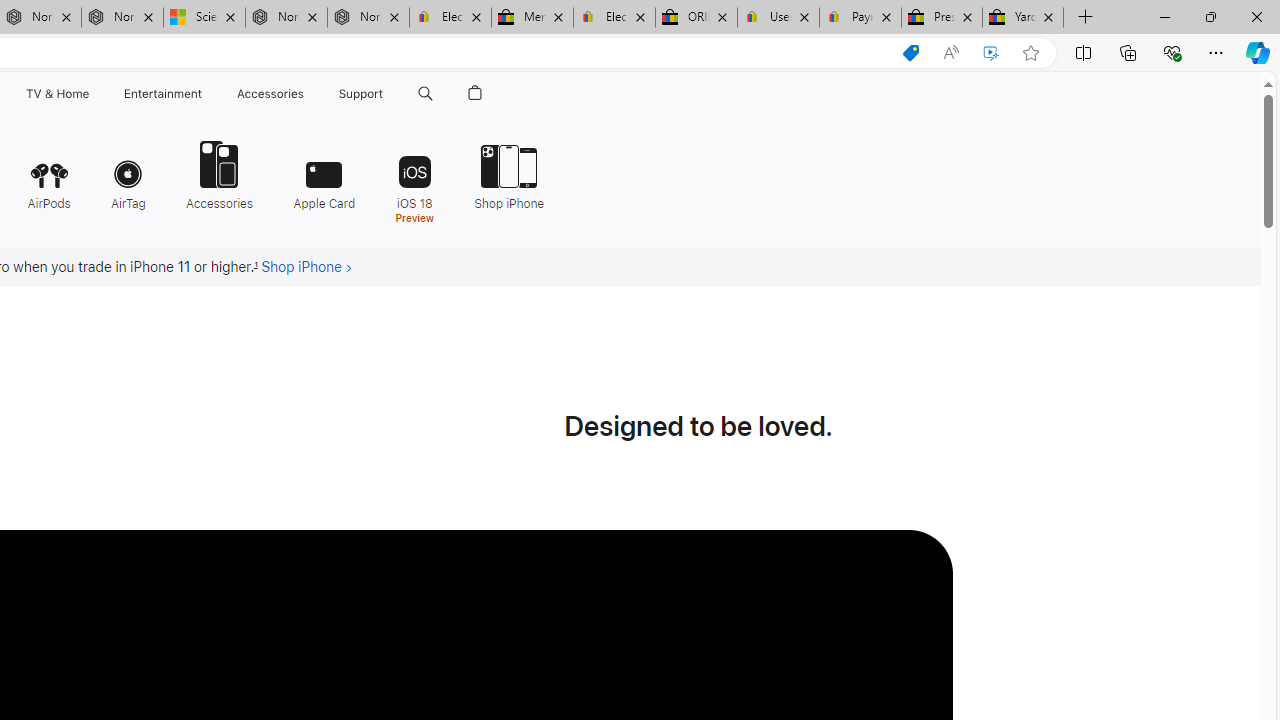 The width and height of the screenshot is (1280, 720). What do you see at coordinates (424, 93) in the screenshot?
I see `'Search apple.com'` at bounding box center [424, 93].